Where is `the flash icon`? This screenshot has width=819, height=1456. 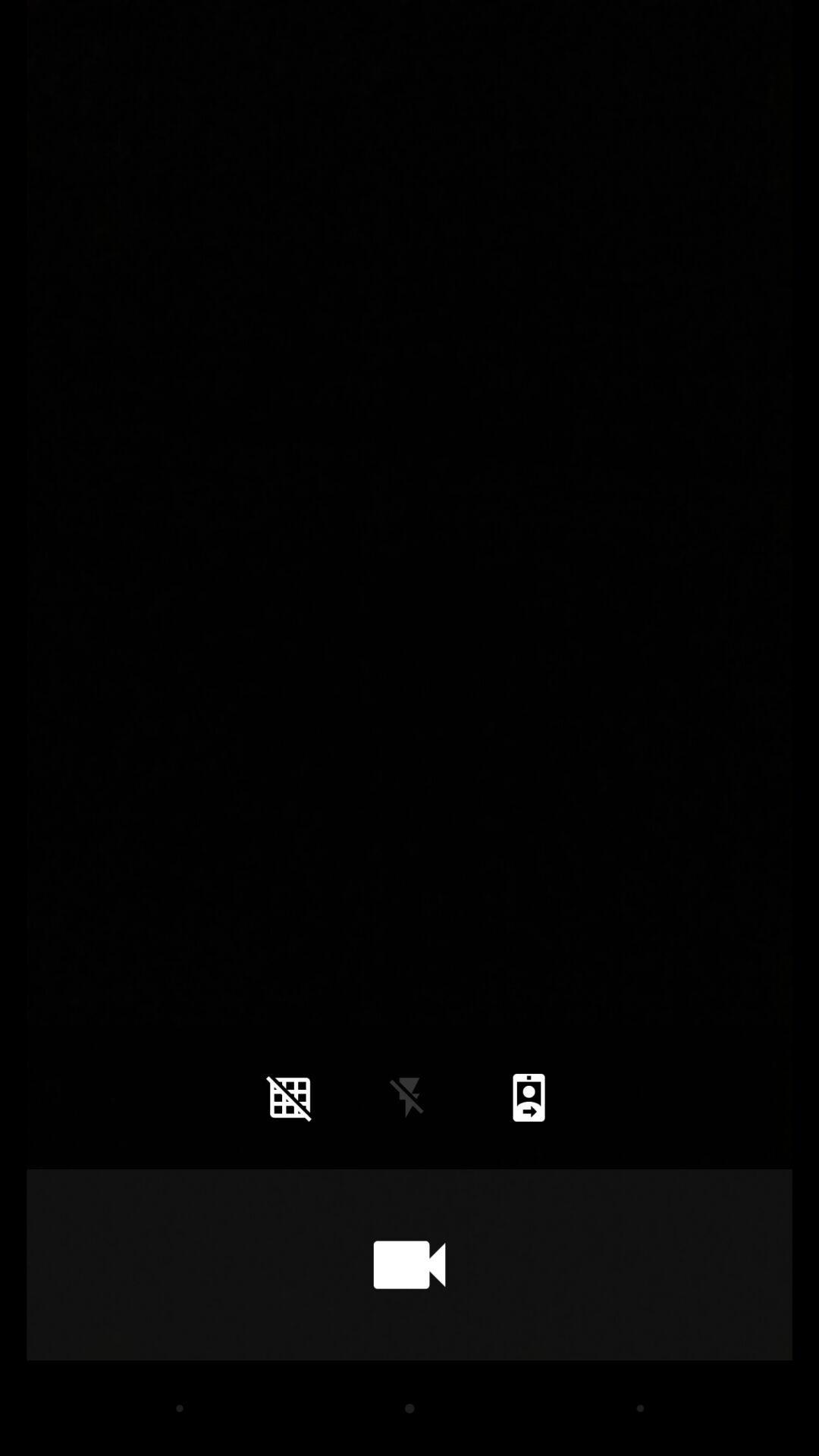 the flash icon is located at coordinates (409, 1097).